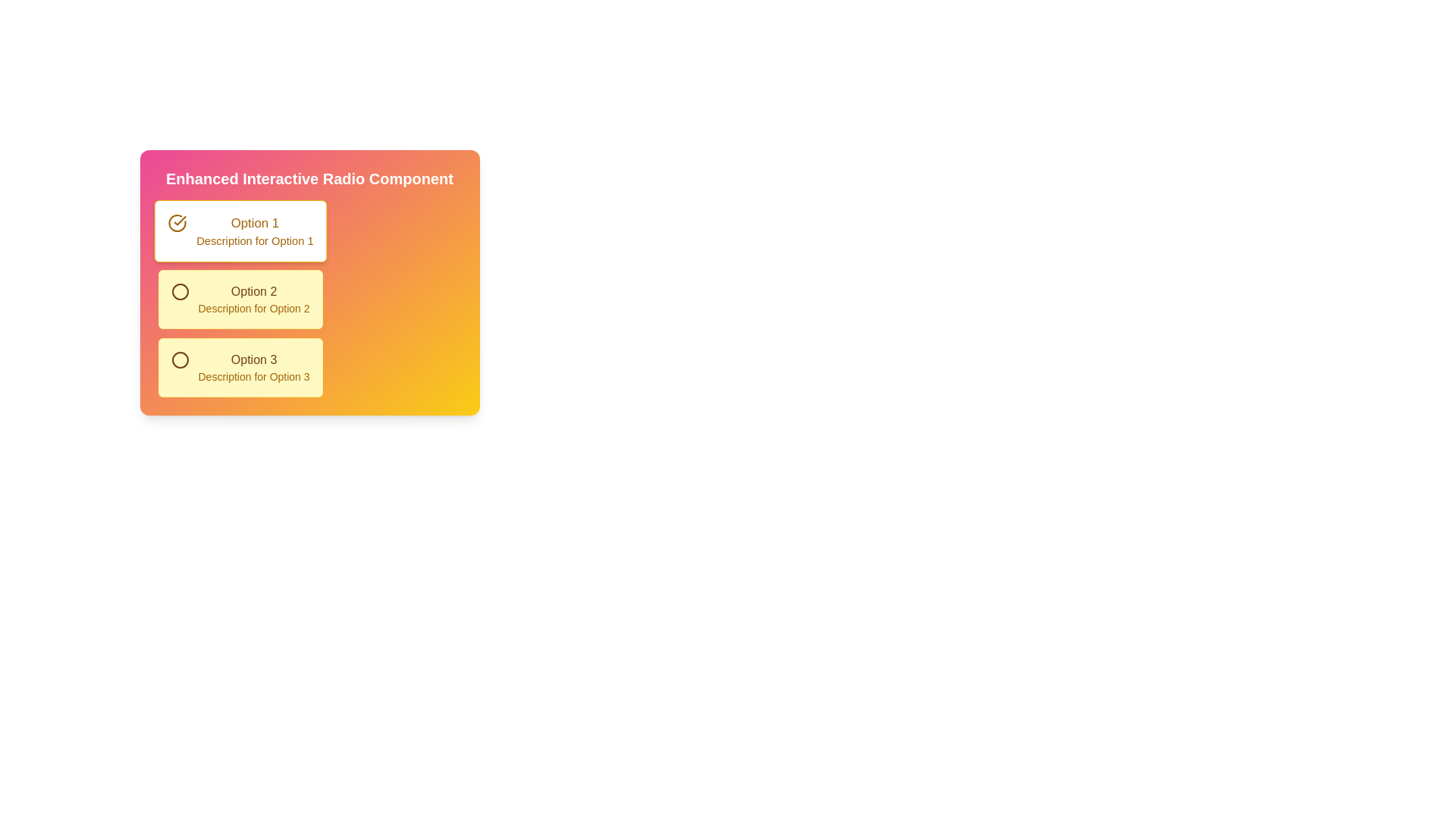  Describe the element at coordinates (177, 222) in the screenshot. I see `the icon indicator marking 'Option 1' as selected or active, located at the leftmost side of the first option in the list` at that location.